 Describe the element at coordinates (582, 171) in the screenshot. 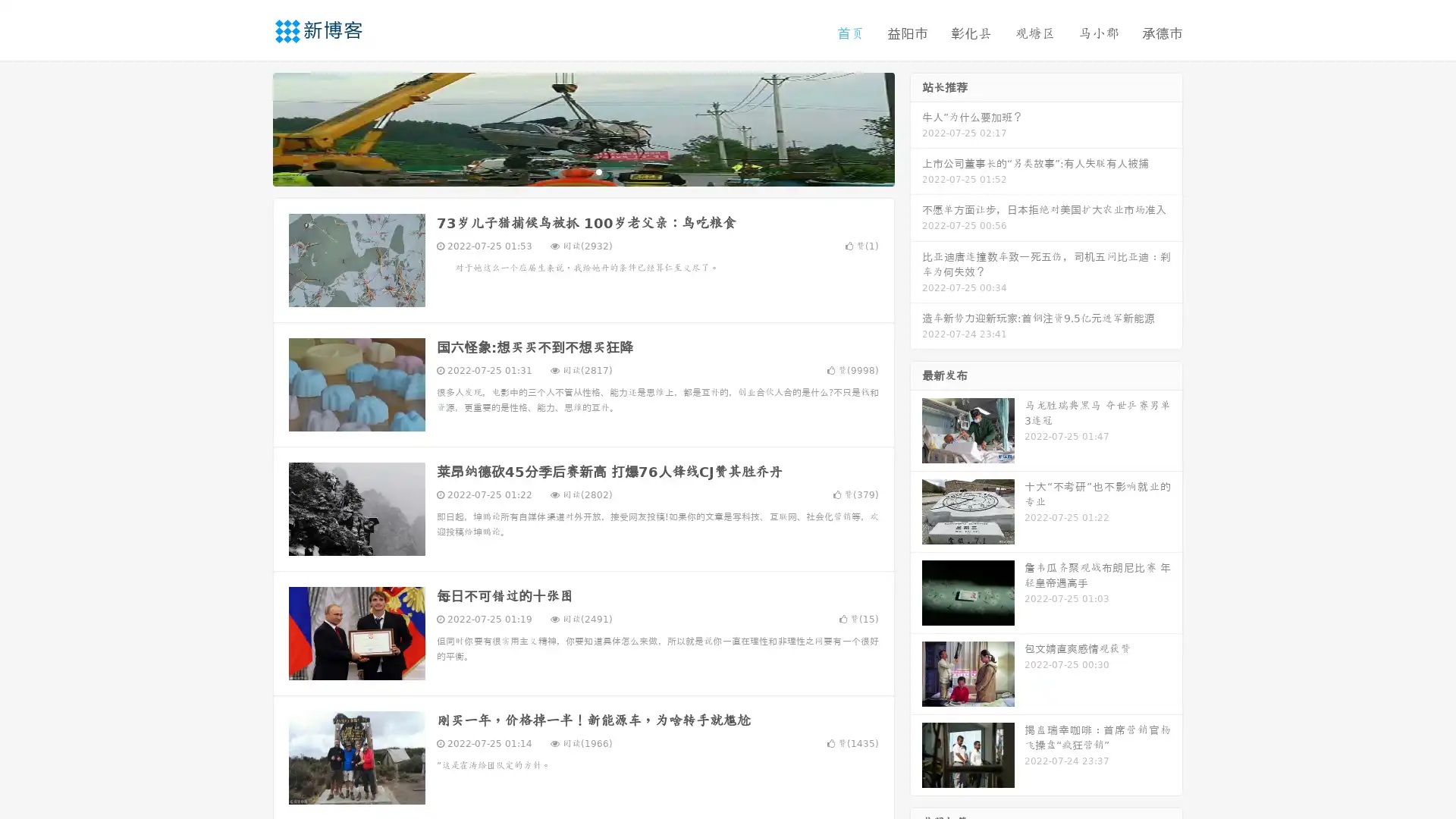

I see `Go to slide 2` at that location.